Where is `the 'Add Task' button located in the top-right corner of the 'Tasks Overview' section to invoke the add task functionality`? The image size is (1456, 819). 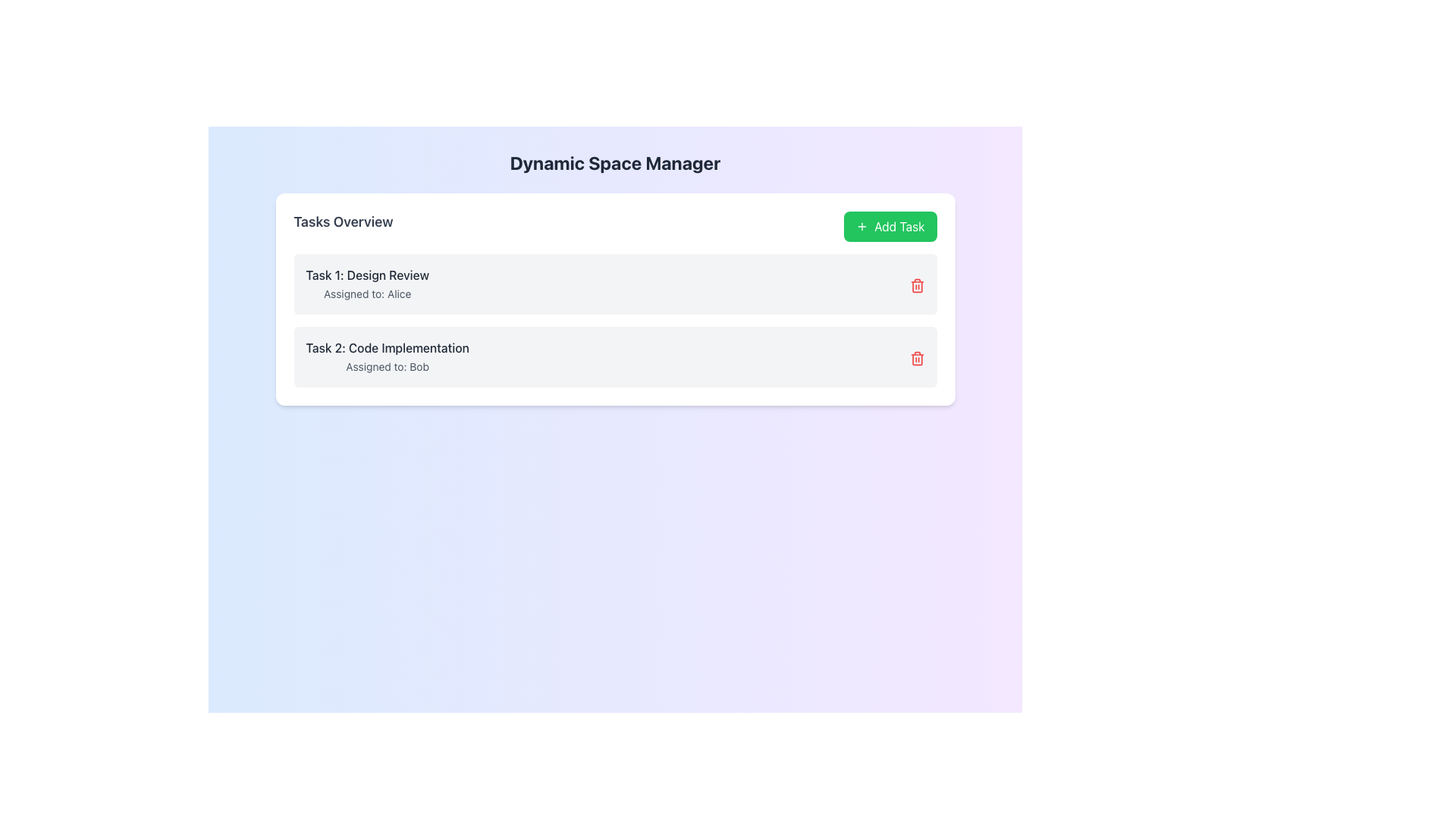 the 'Add Task' button located in the top-right corner of the 'Tasks Overview' section to invoke the add task functionality is located at coordinates (890, 227).